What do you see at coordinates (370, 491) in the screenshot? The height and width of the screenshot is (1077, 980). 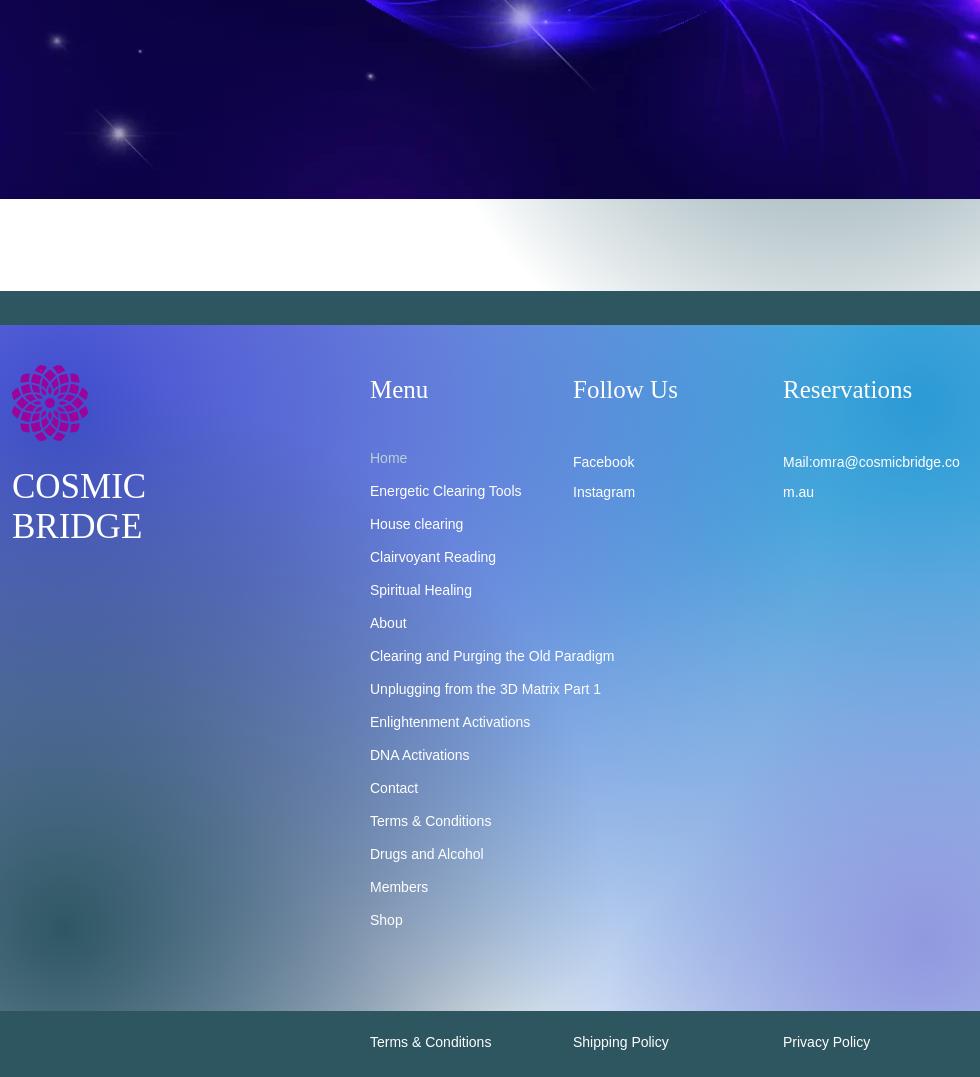 I see `'Energetic Clearing Tools'` at bounding box center [370, 491].